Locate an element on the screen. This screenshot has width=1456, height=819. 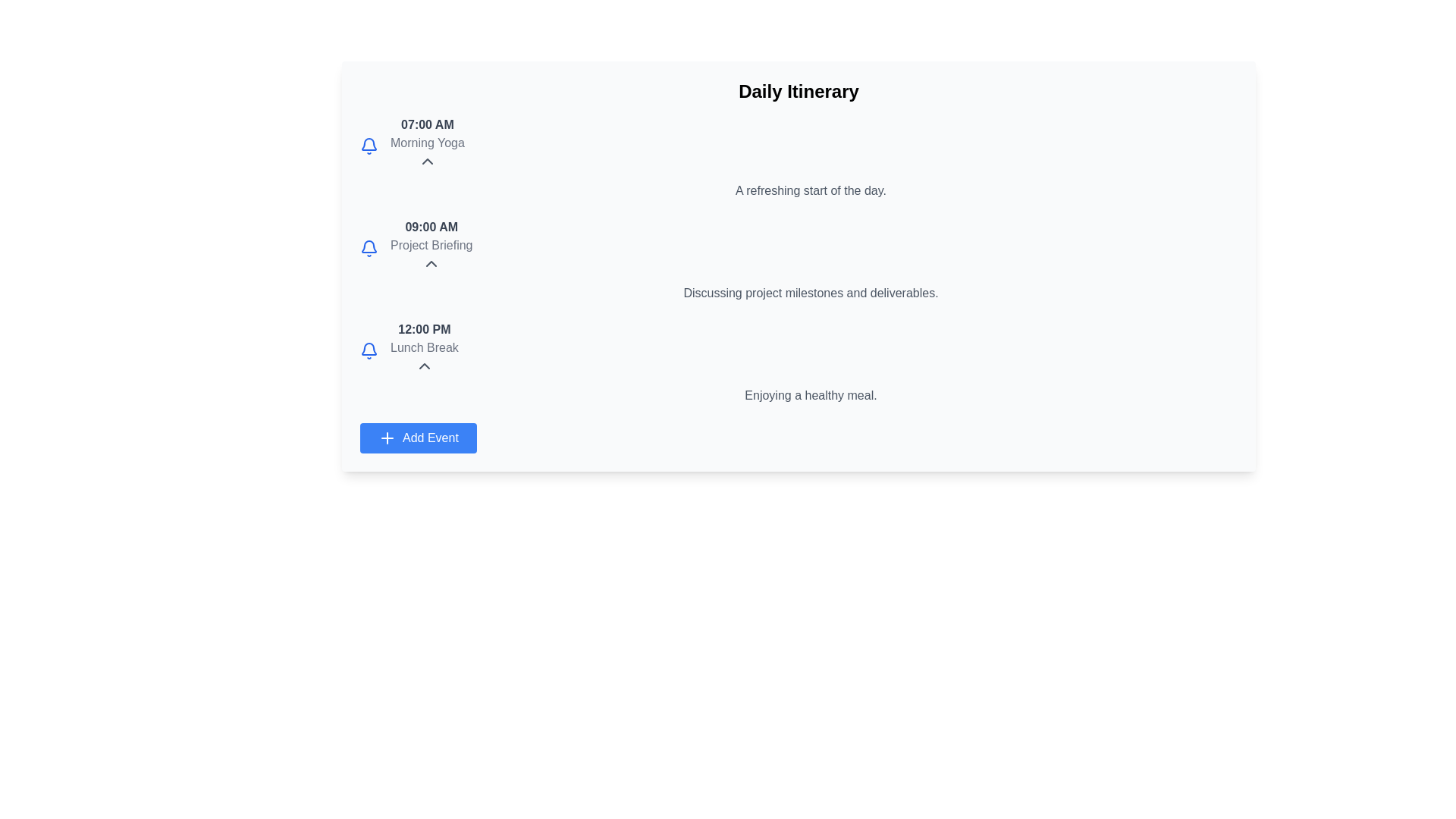
the text label displaying 'Project Briefing', which is located below the '09:00 AM' time label in the left panel of the interface is located at coordinates (431, 245).